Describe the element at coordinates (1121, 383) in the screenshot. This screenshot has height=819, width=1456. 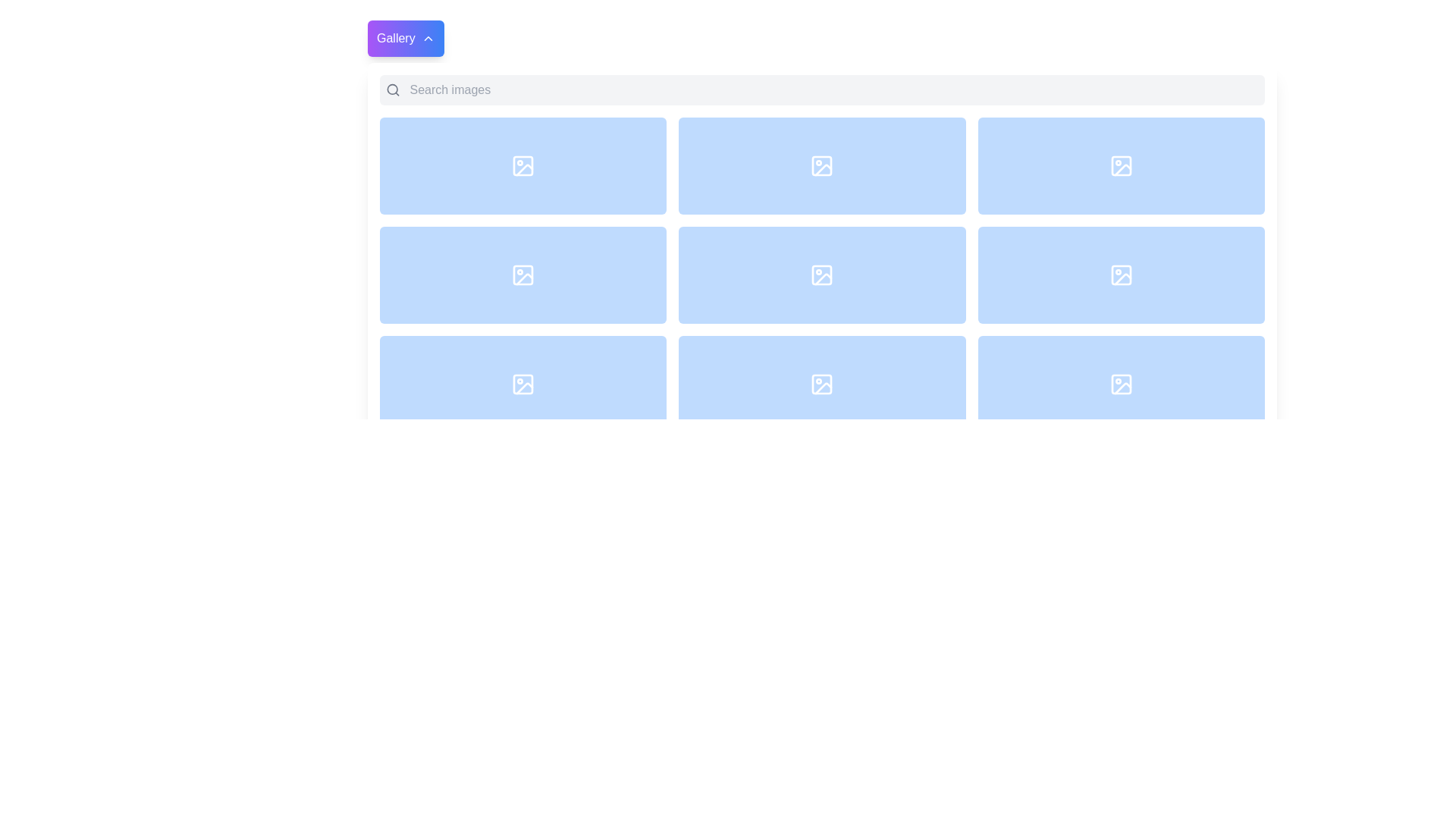
I see `decorative segment of the icon within the gallery layout, specifically the small rounded rectangle located in the bottom-right quadrant of the image placeholder icon` at that location.